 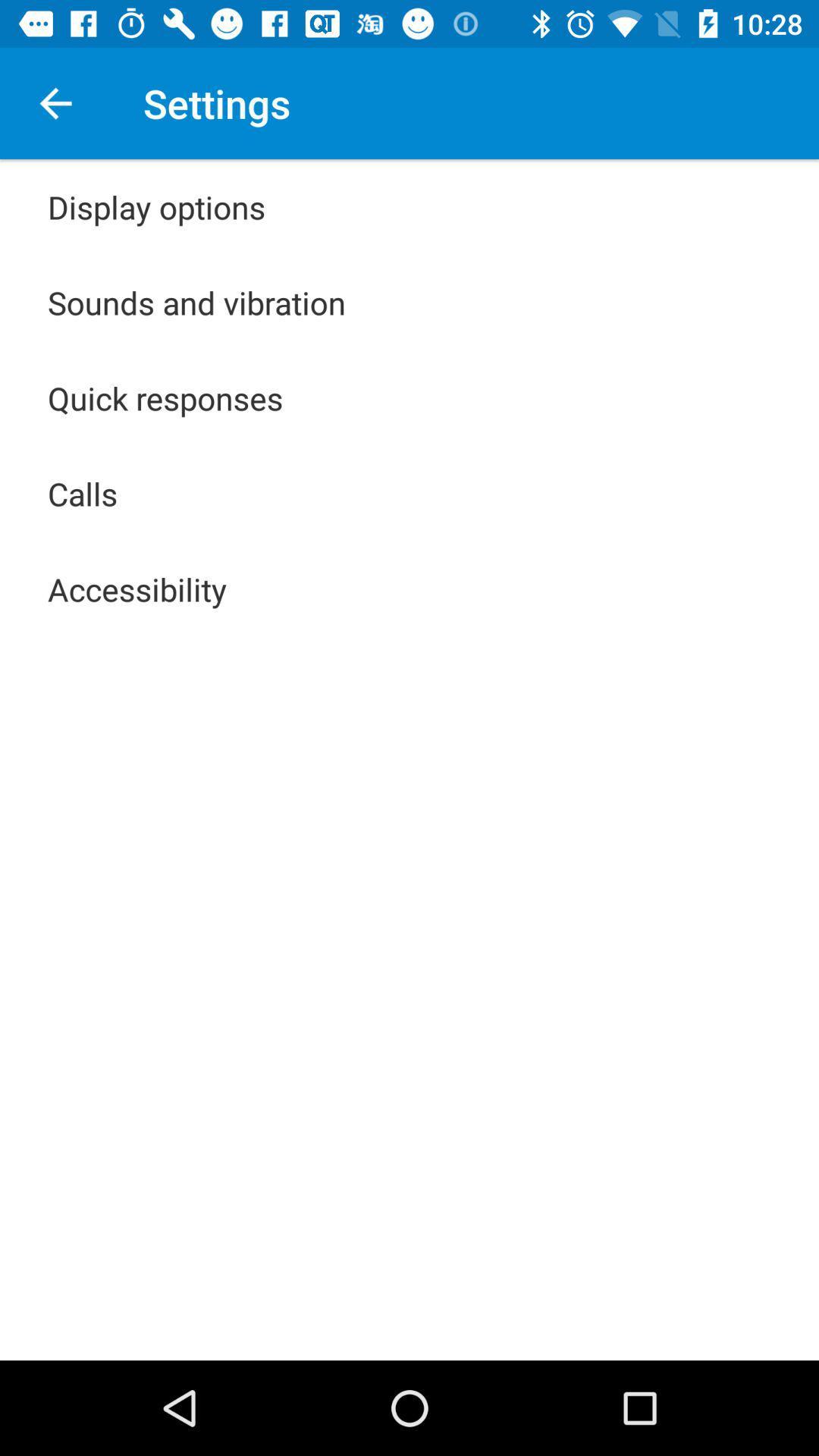 What do you see at coordinates (55, 102) in the screenshot?
I see `icon to the left of the settings app` at bounding box center [55, 102].